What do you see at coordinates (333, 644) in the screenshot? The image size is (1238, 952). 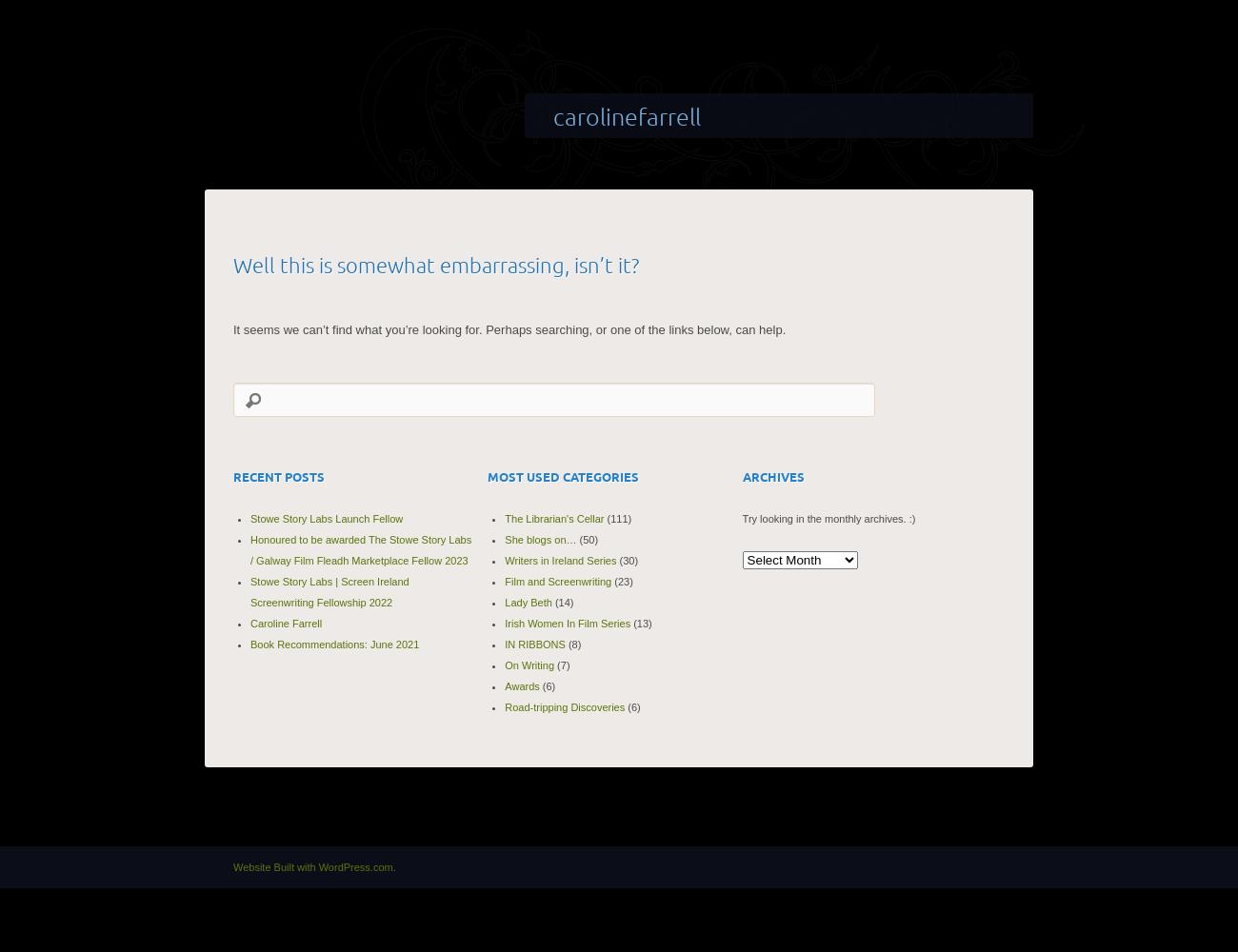 I see `'Book Recommendations: June 2021'` at bounding box center [333, 644].